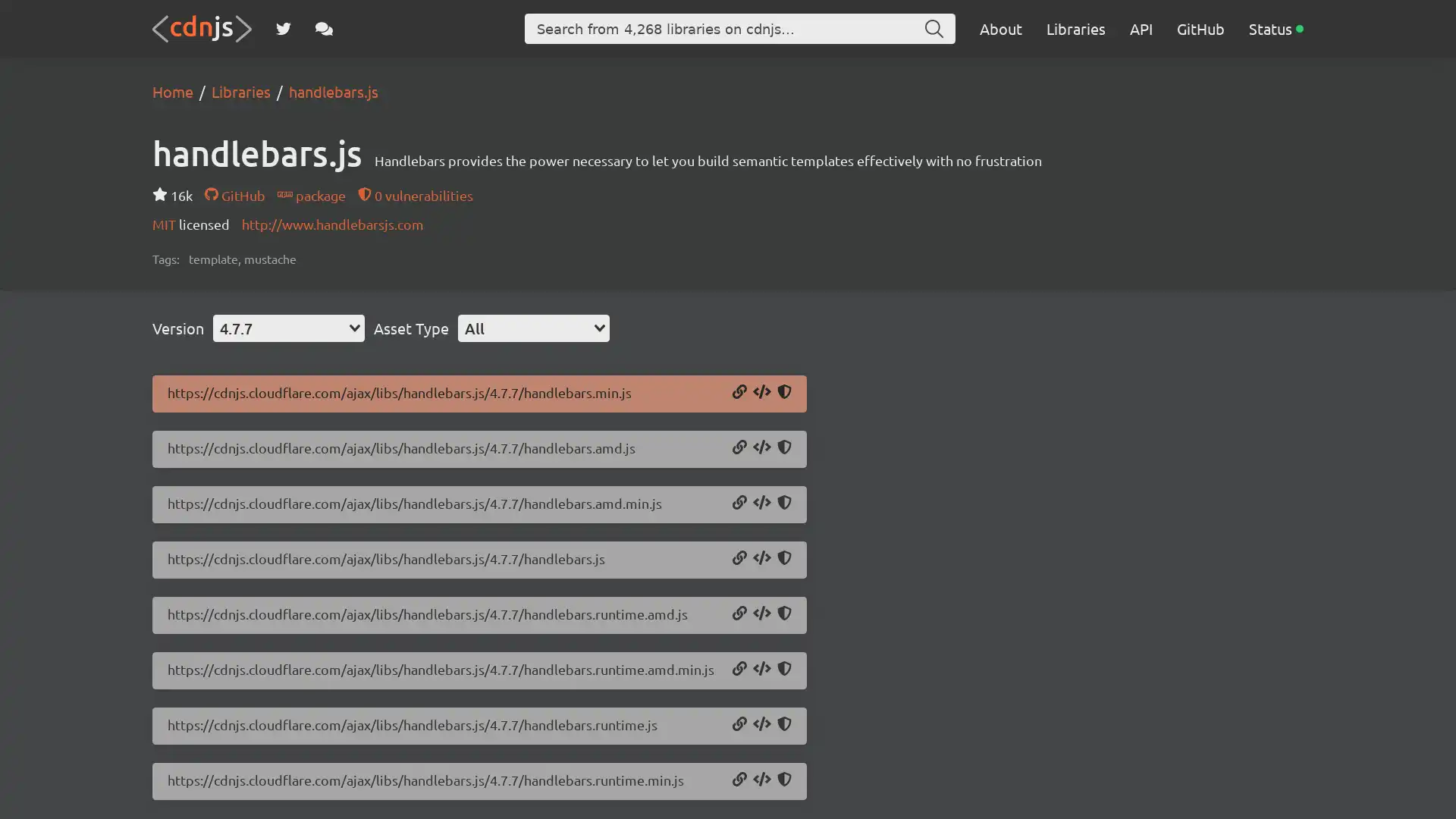 The height and width of the screenshot is (819, 1456). Describe the element at coordinates (784, 447) in the screenshot. I see `Copy SRI Hash` at that location.